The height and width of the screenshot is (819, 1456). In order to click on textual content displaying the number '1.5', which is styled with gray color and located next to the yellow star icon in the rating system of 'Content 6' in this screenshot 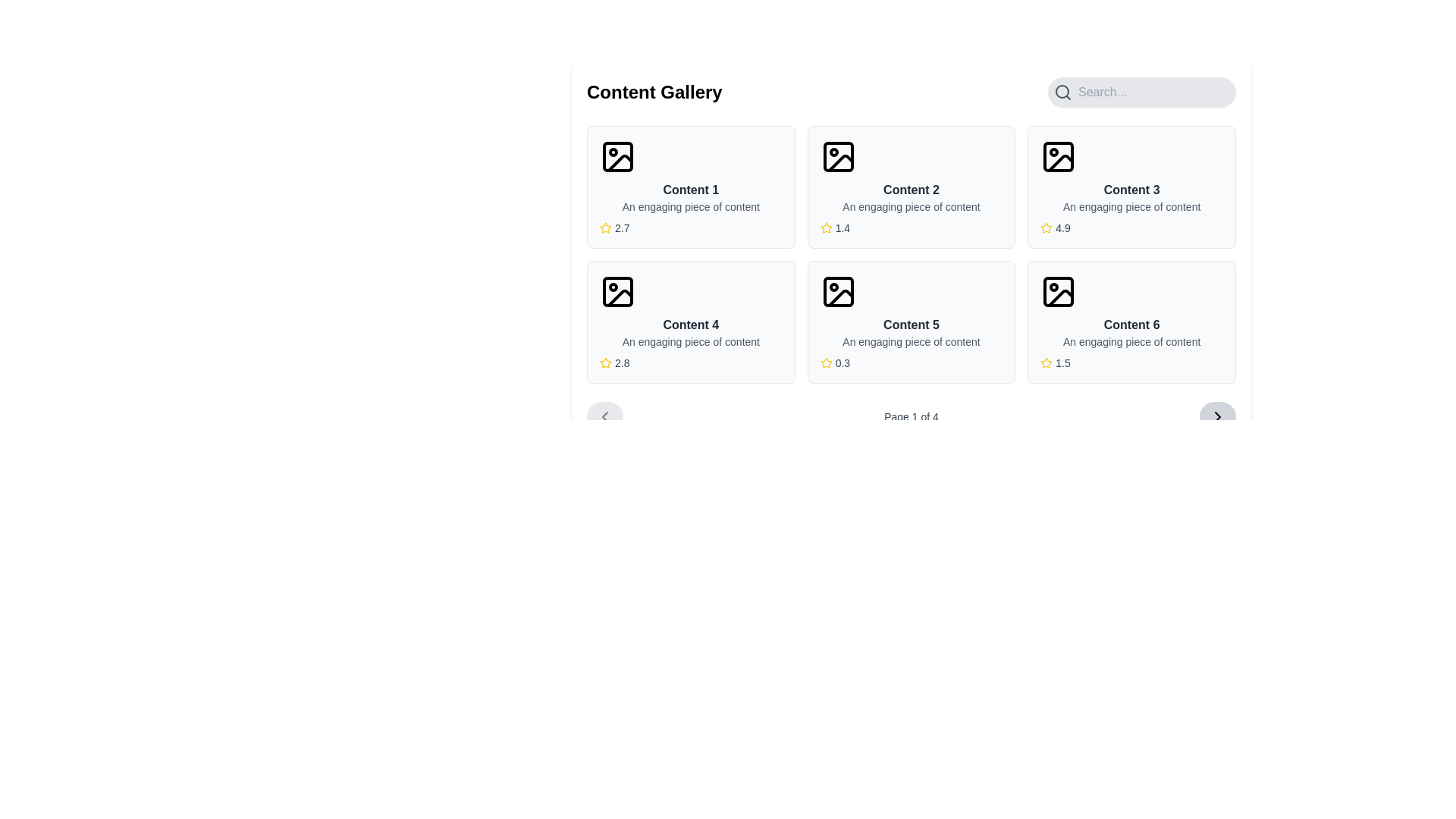, I will do `click(1062, 362)`.